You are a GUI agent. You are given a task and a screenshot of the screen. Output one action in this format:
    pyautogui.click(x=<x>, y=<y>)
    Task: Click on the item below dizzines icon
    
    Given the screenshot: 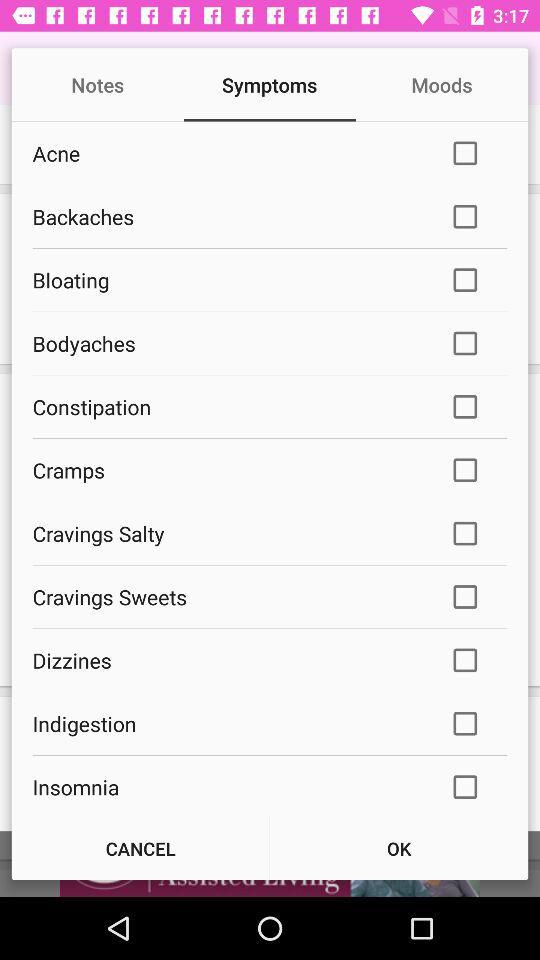 What is the action you would take?
    pyautogui.click(x=226, y=722)
    